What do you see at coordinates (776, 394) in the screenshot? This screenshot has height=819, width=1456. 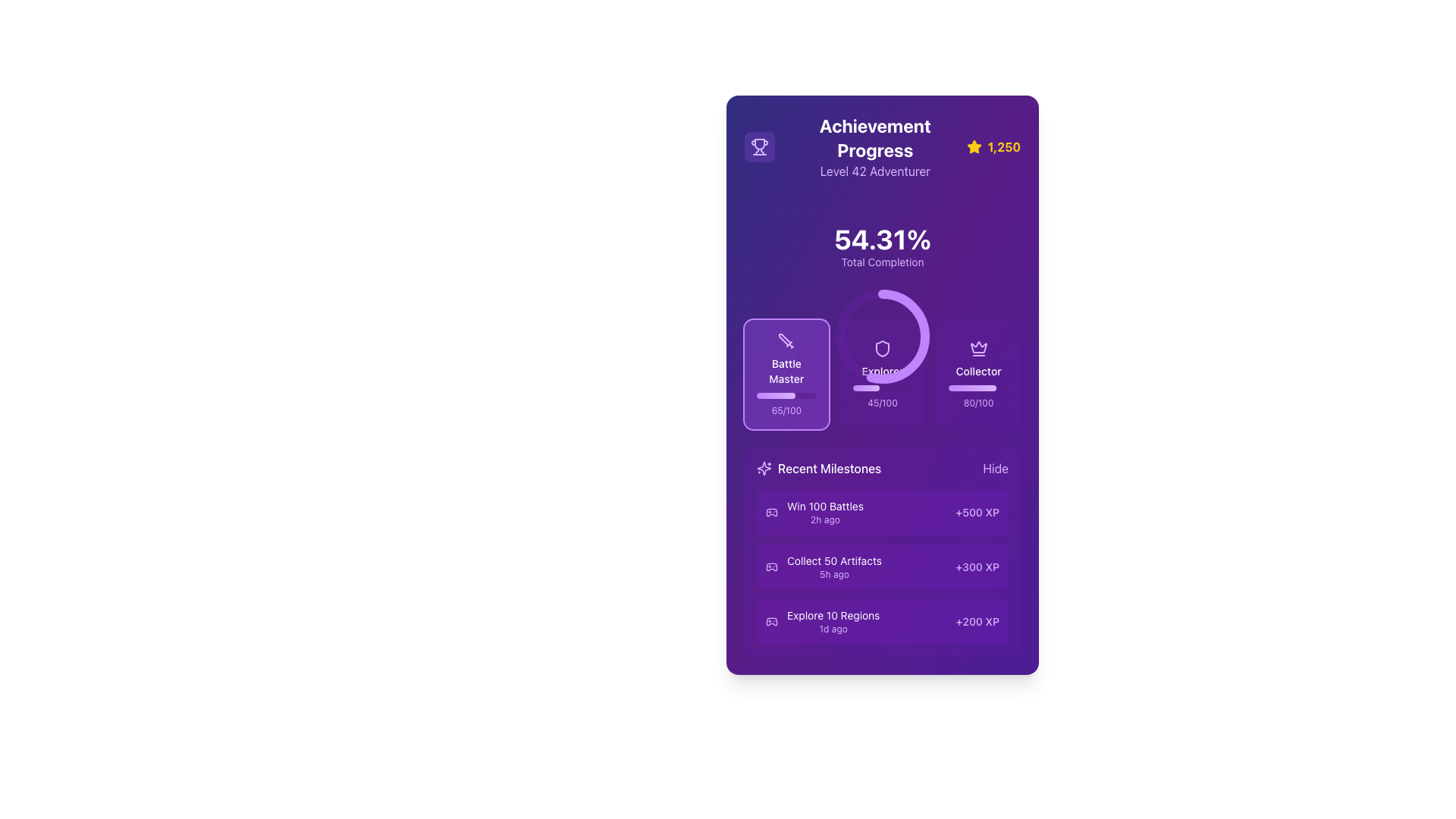 I see `the progress bar with a gradient from purple to light purple, located within the 'Battle Master' card, which visually represents 65% completion` at bounding box center [776, 394].